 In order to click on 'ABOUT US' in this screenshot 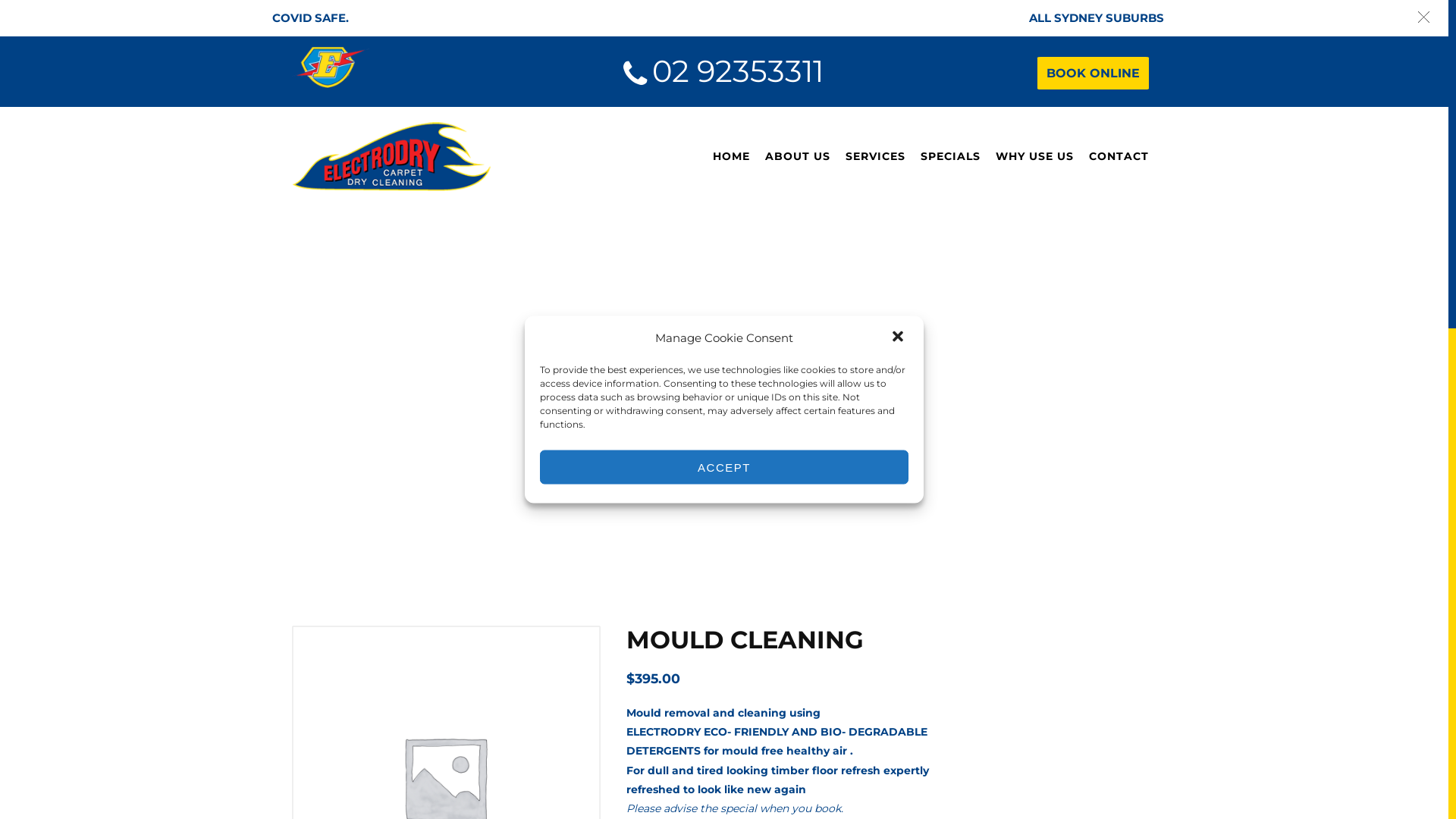, I will do `click(796, 156)`.